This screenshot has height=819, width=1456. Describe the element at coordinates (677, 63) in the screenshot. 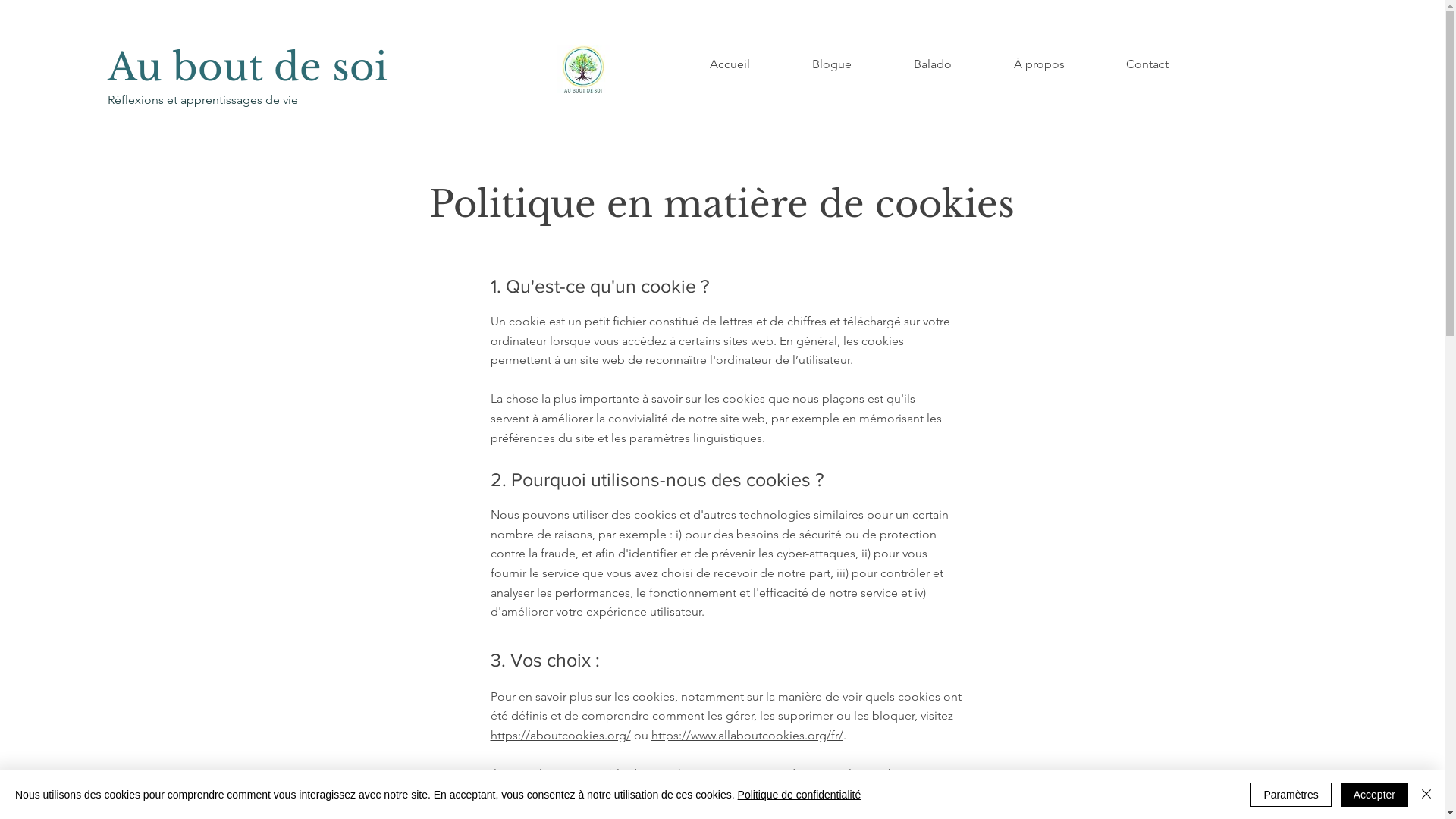

I see `'Accueil'` at that location.